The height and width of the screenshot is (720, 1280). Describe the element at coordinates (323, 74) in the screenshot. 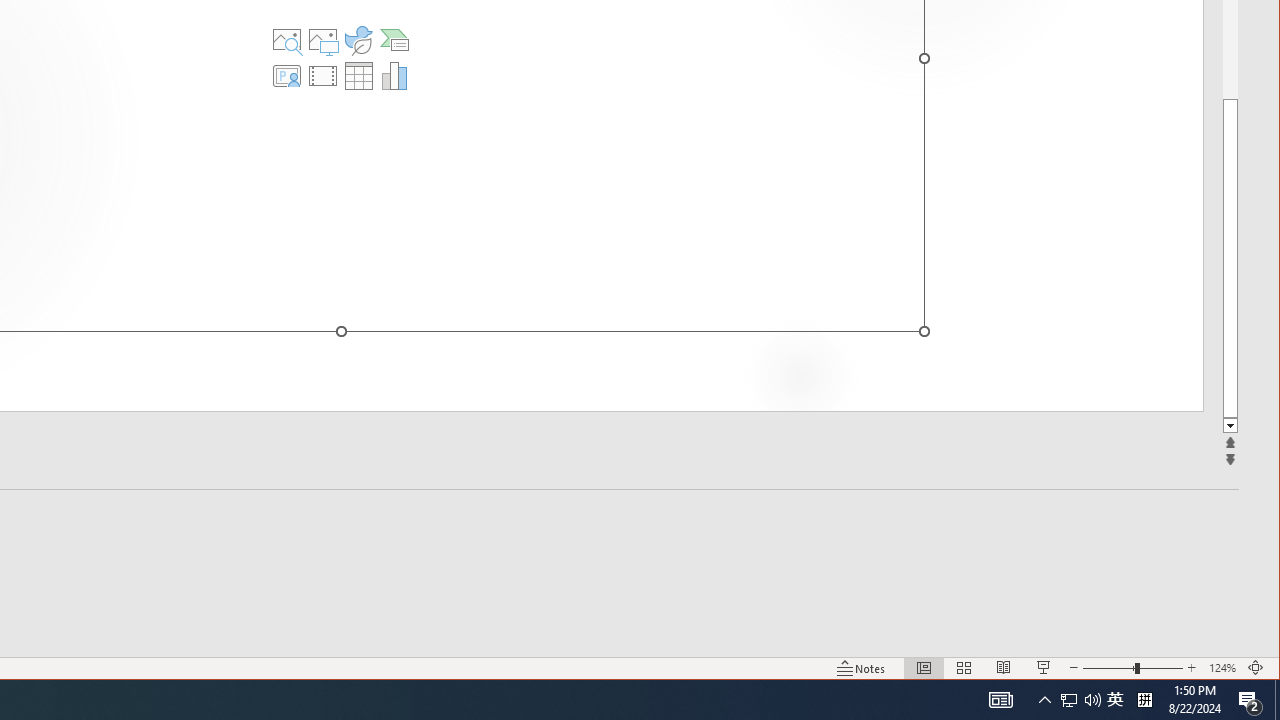

I see `'Insert Video'` at that location.